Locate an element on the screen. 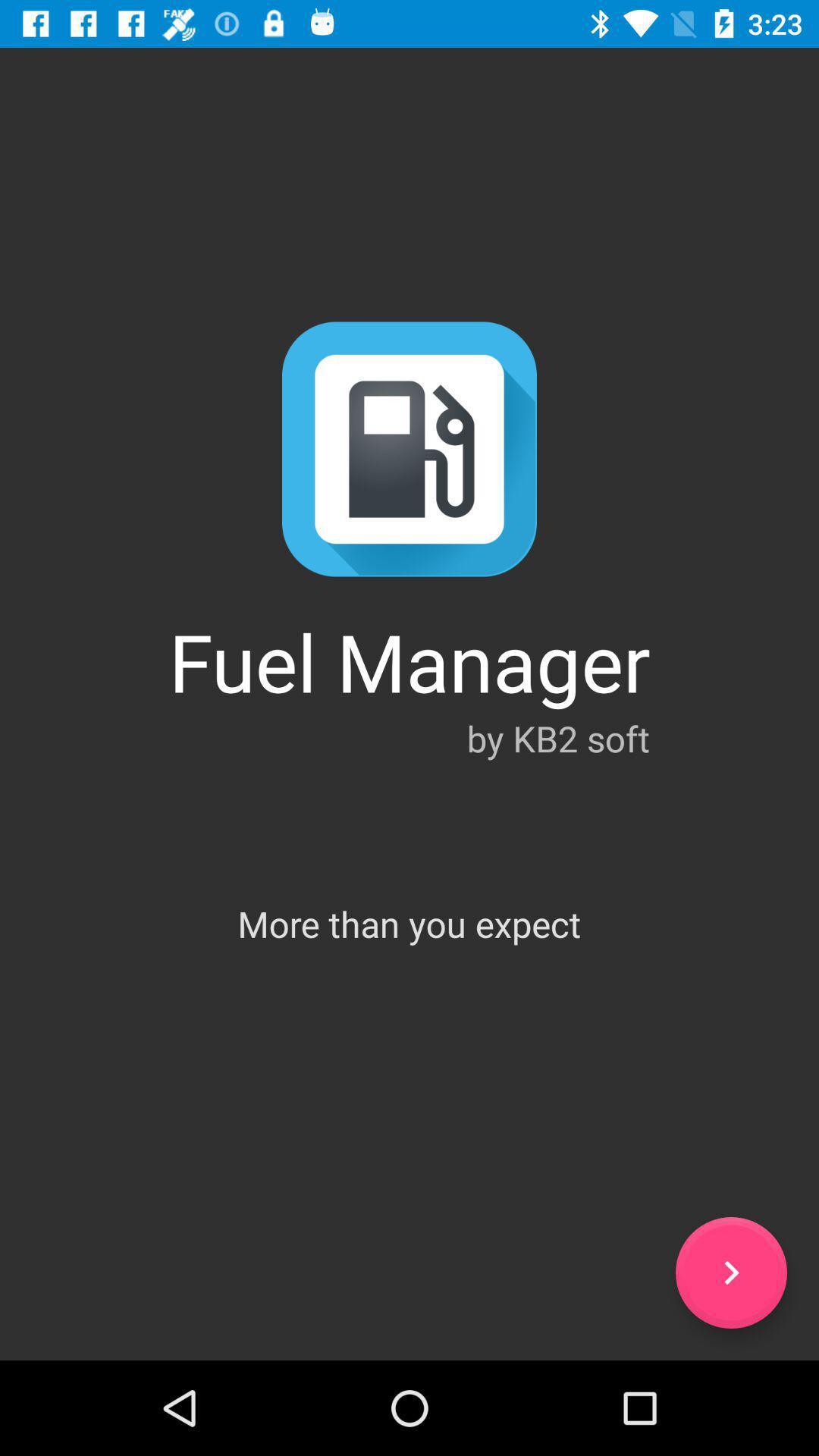 The height and width of the screenshot is (1456, 819). the icon below the more than you icon is located at coordinates (730, 1272).